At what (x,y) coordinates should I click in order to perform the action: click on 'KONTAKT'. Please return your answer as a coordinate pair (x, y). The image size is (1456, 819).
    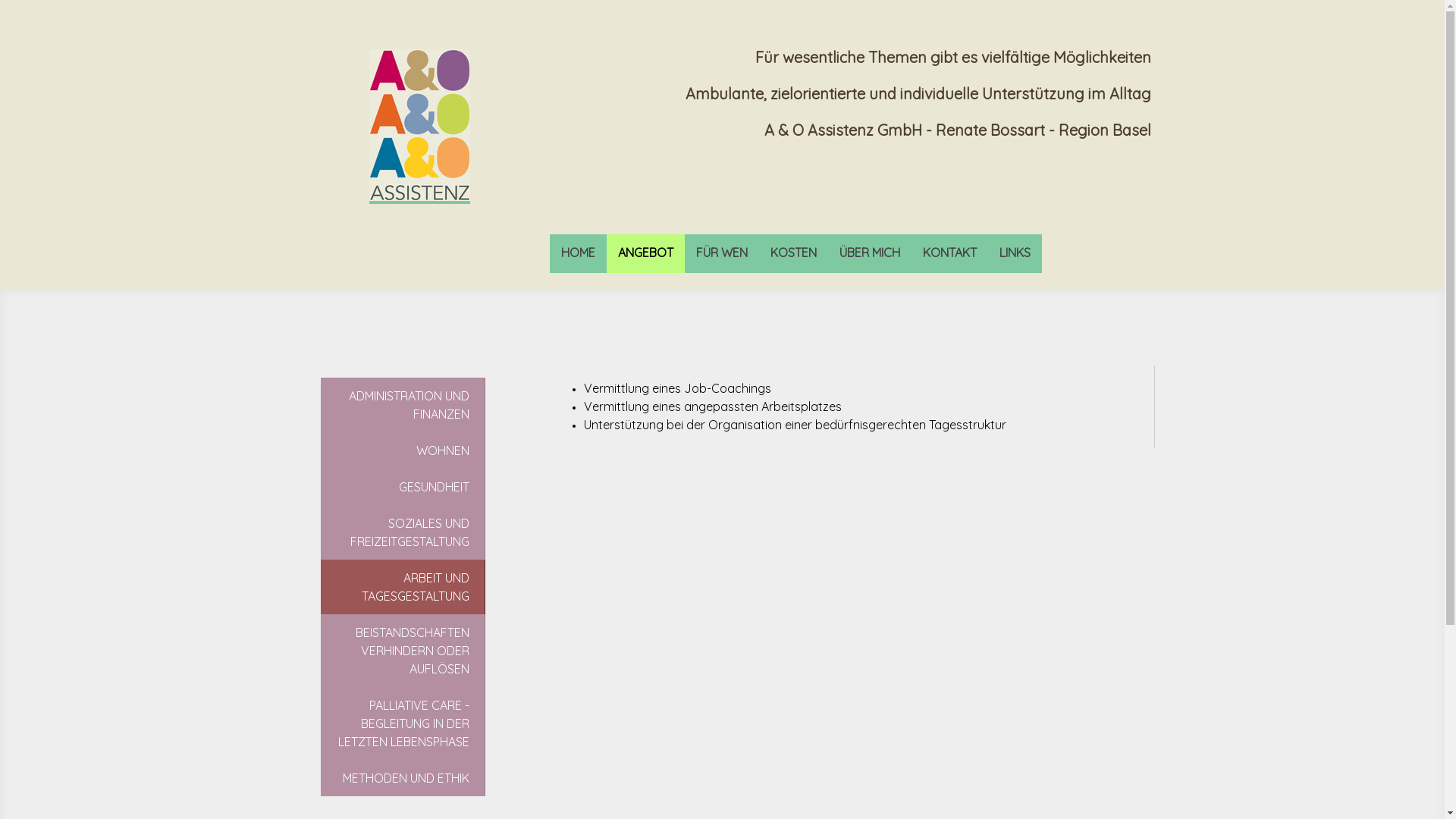
    Looking at the image, I should click on (949, 253).